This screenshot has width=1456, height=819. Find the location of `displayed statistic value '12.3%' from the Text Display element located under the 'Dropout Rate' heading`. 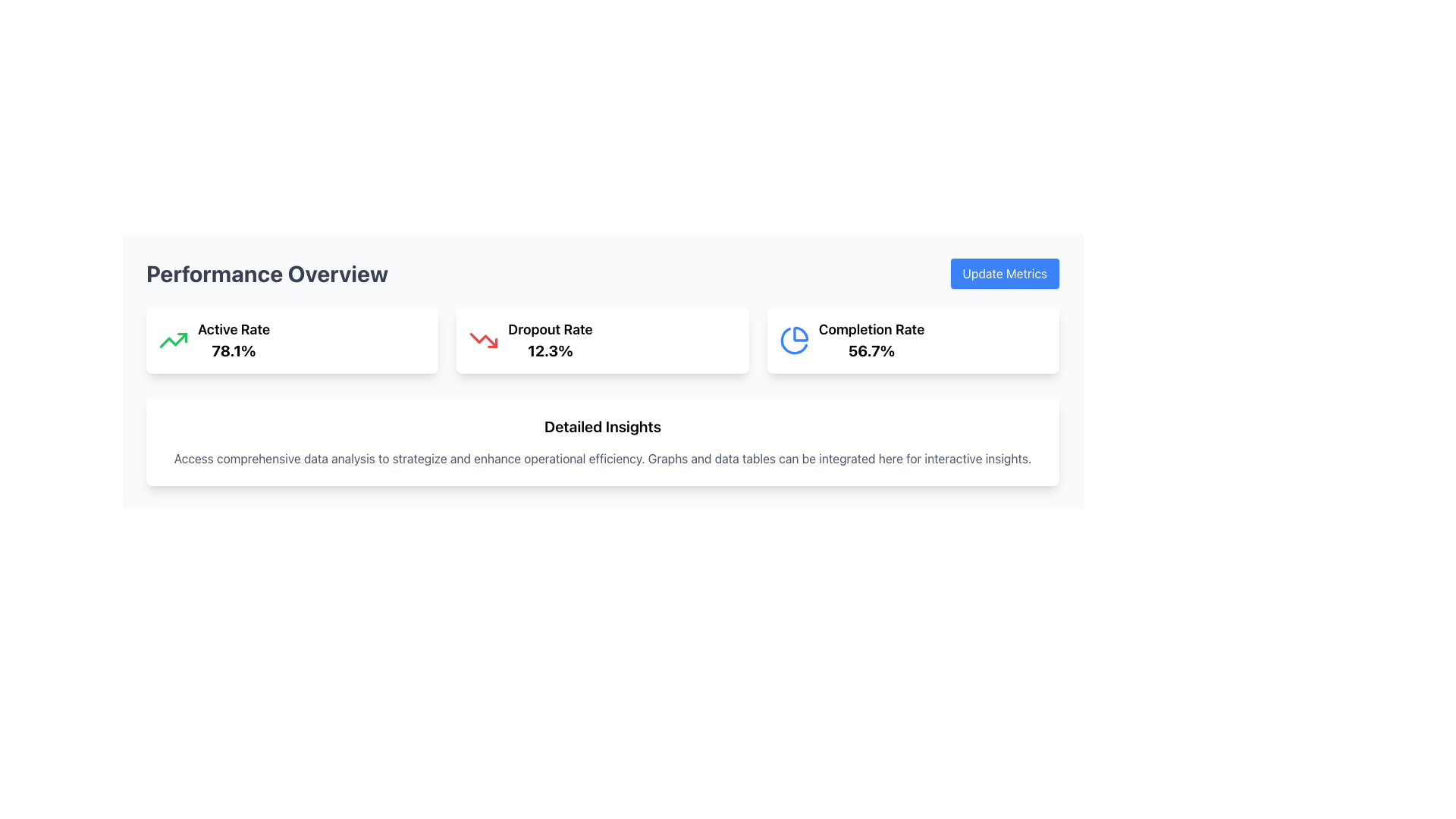

displayed statistic value '12.3%' from the Text Display element located under the 'Dropout Rate' heading is located at coordinates (549, 350).